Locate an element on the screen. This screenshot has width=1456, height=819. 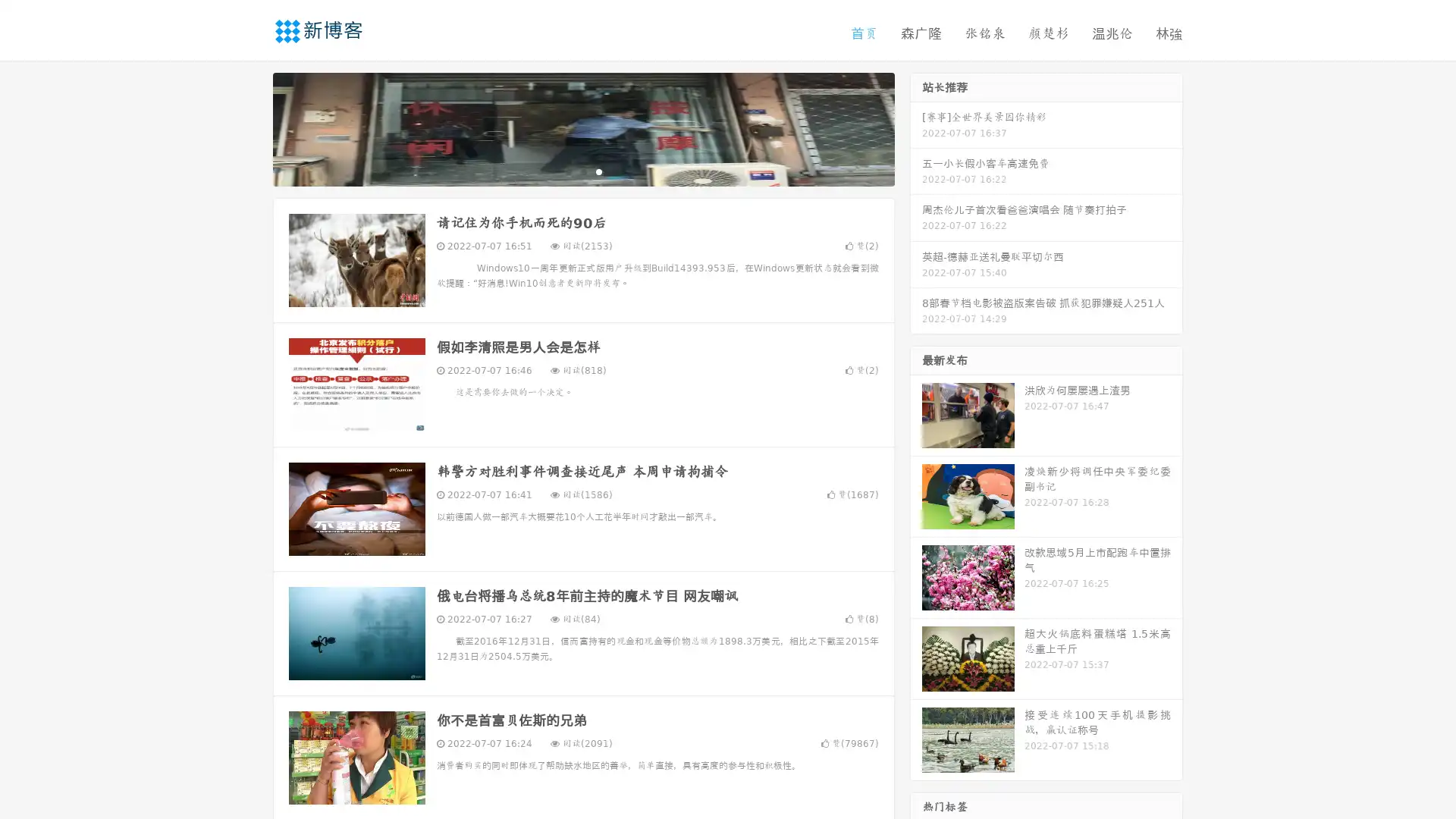
Next slide is located at coordinates (916, 127).